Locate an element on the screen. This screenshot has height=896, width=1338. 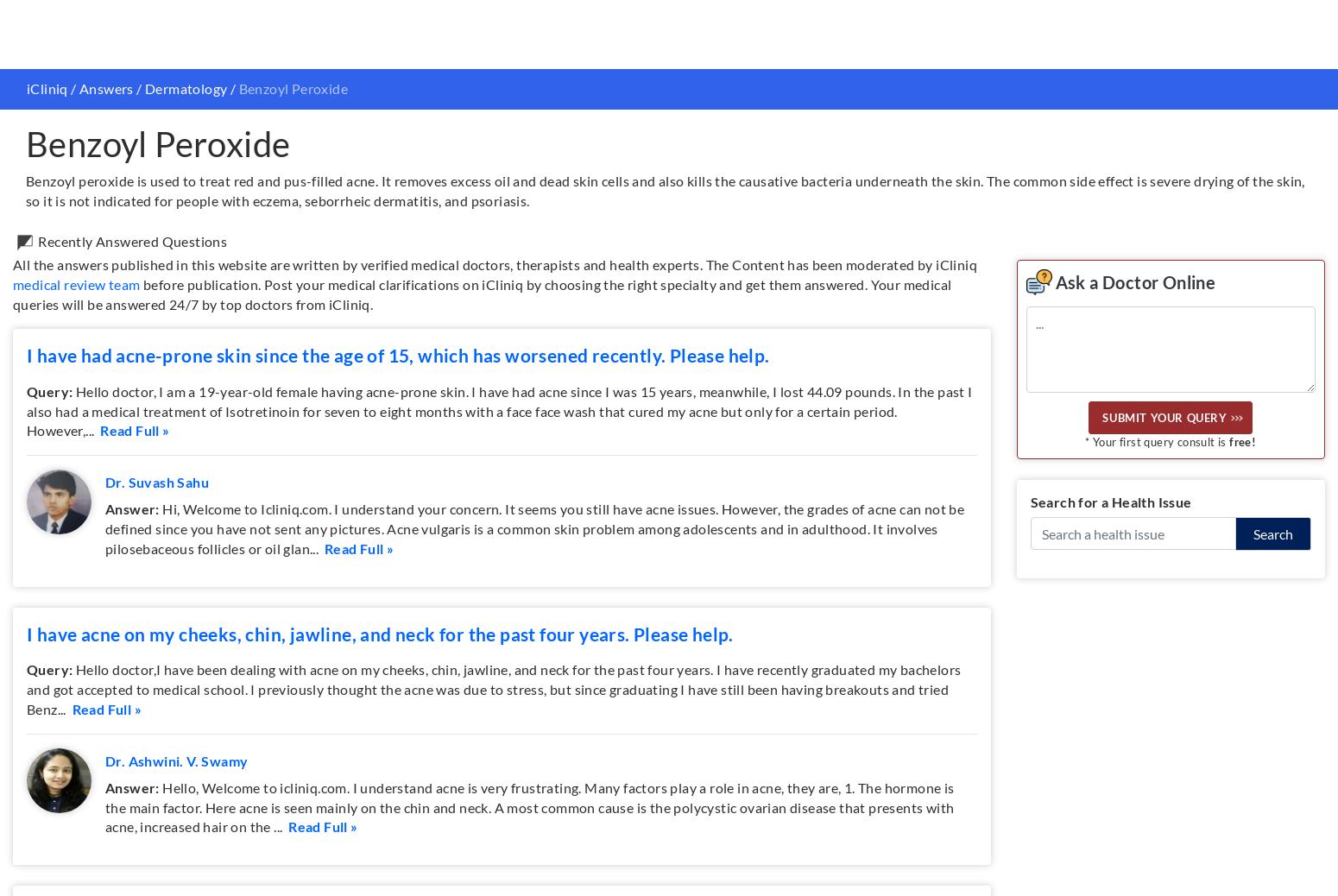
'Deals & Offers' is located at coordinates (726, 729).